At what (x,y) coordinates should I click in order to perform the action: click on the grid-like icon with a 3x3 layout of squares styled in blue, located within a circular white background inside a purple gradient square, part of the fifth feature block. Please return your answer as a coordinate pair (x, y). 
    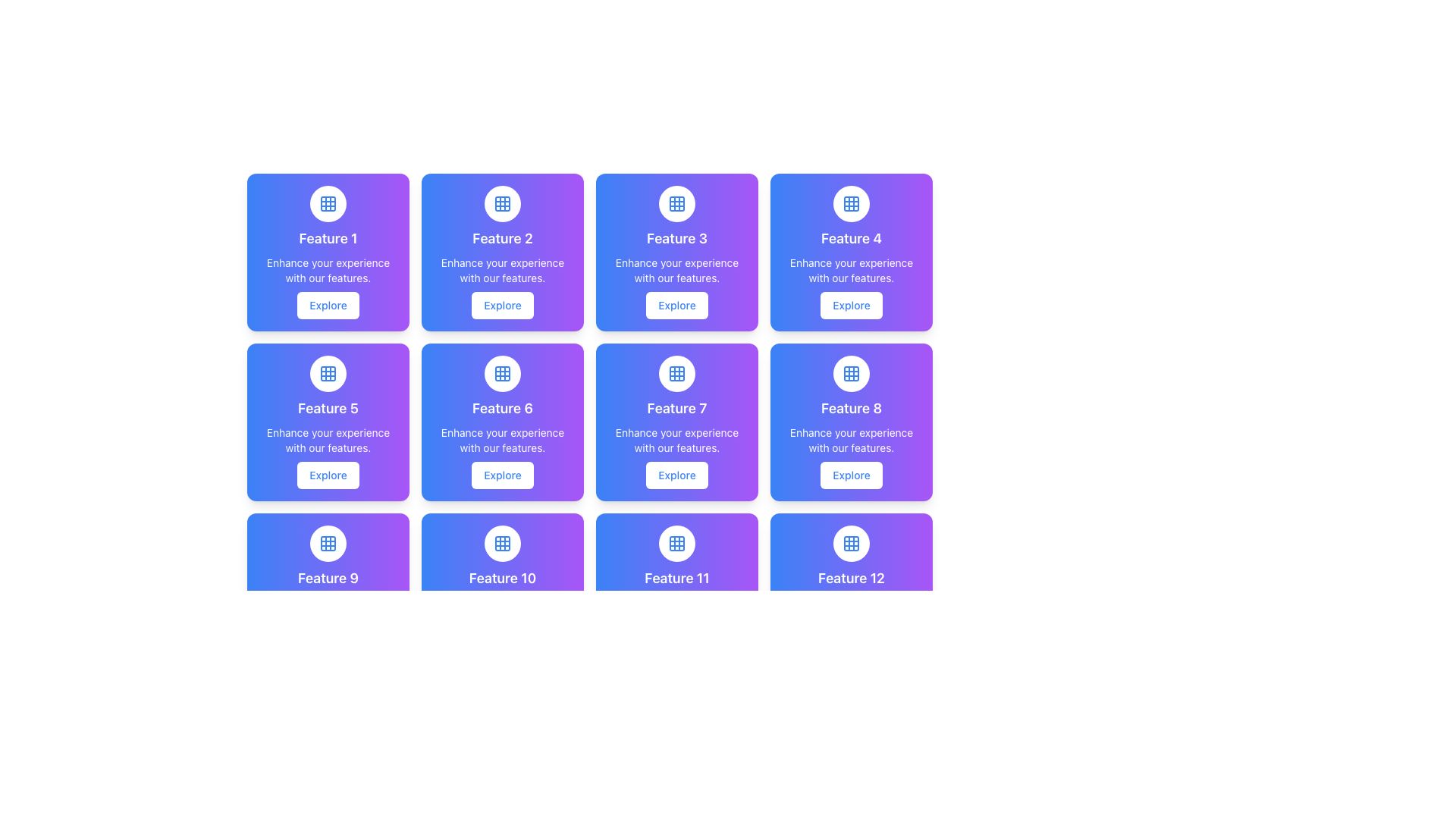
    Looking at the image, I should click on (327, 374).